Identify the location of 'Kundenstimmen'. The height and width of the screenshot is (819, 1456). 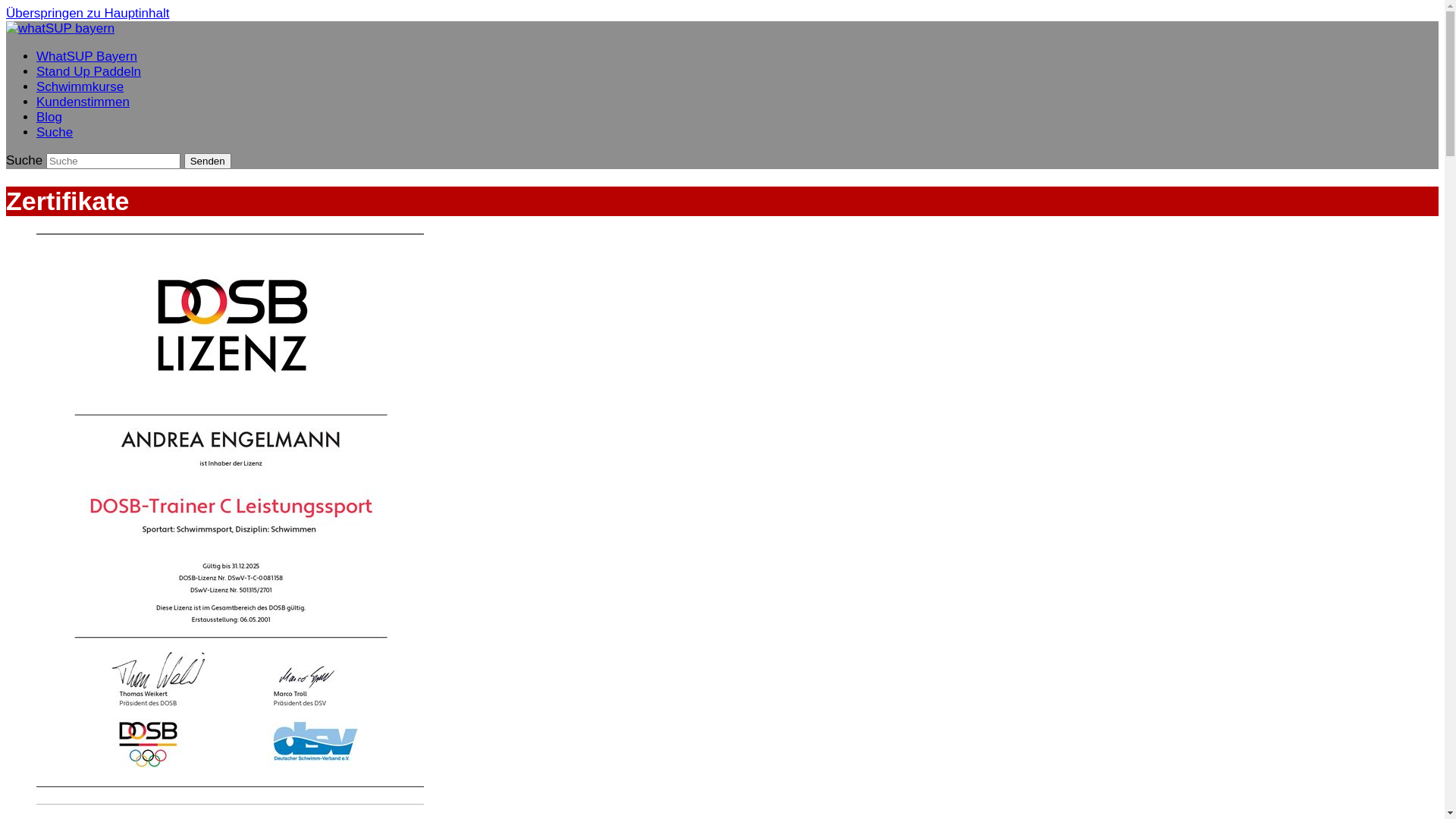
(82, 102).